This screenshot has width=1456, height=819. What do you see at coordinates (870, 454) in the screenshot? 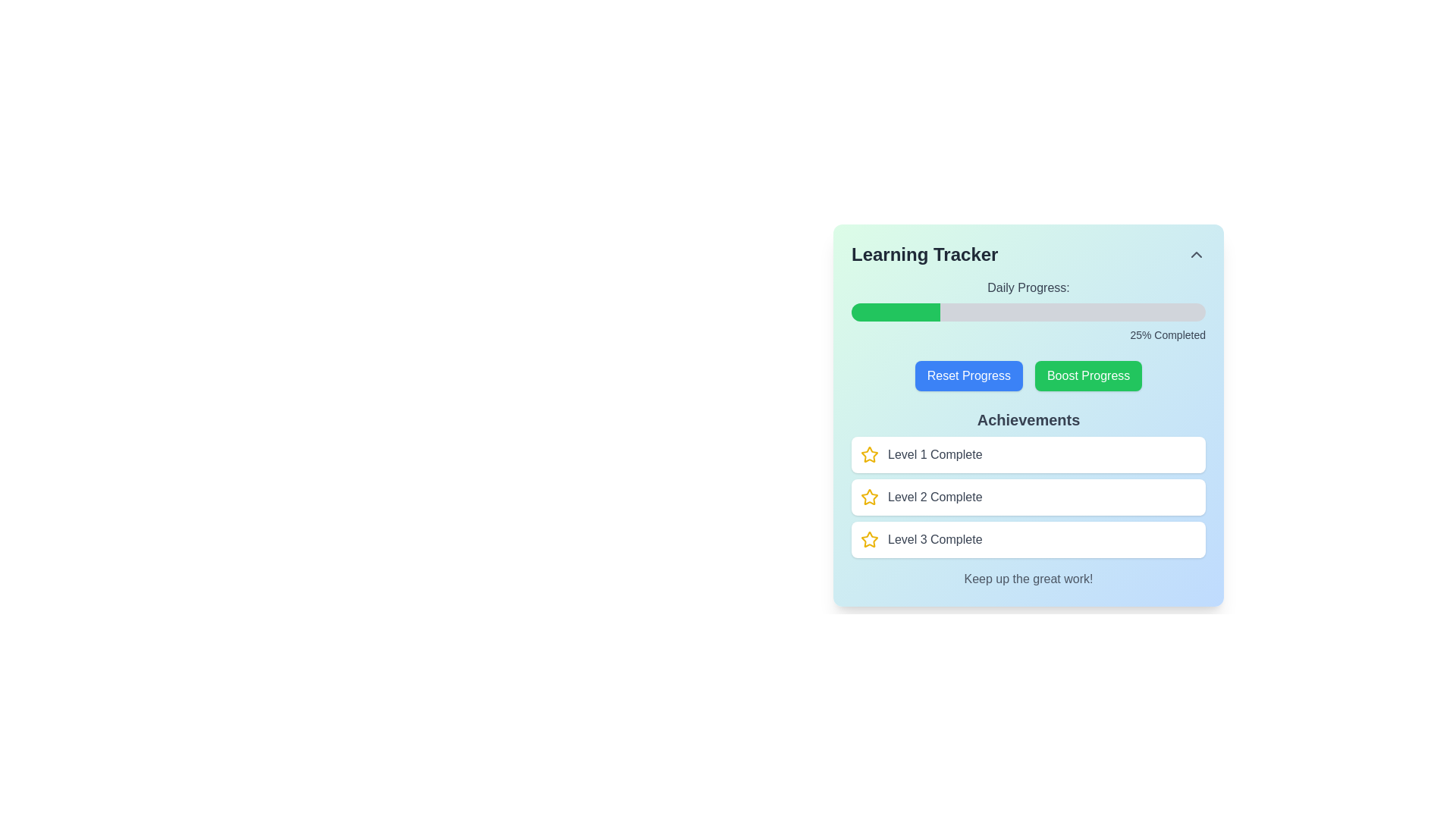
I see `the leftmost star icon representing the completion status of the 'Level 1' achievement in the 'Achievements' section` at bounding box center [870, 454].